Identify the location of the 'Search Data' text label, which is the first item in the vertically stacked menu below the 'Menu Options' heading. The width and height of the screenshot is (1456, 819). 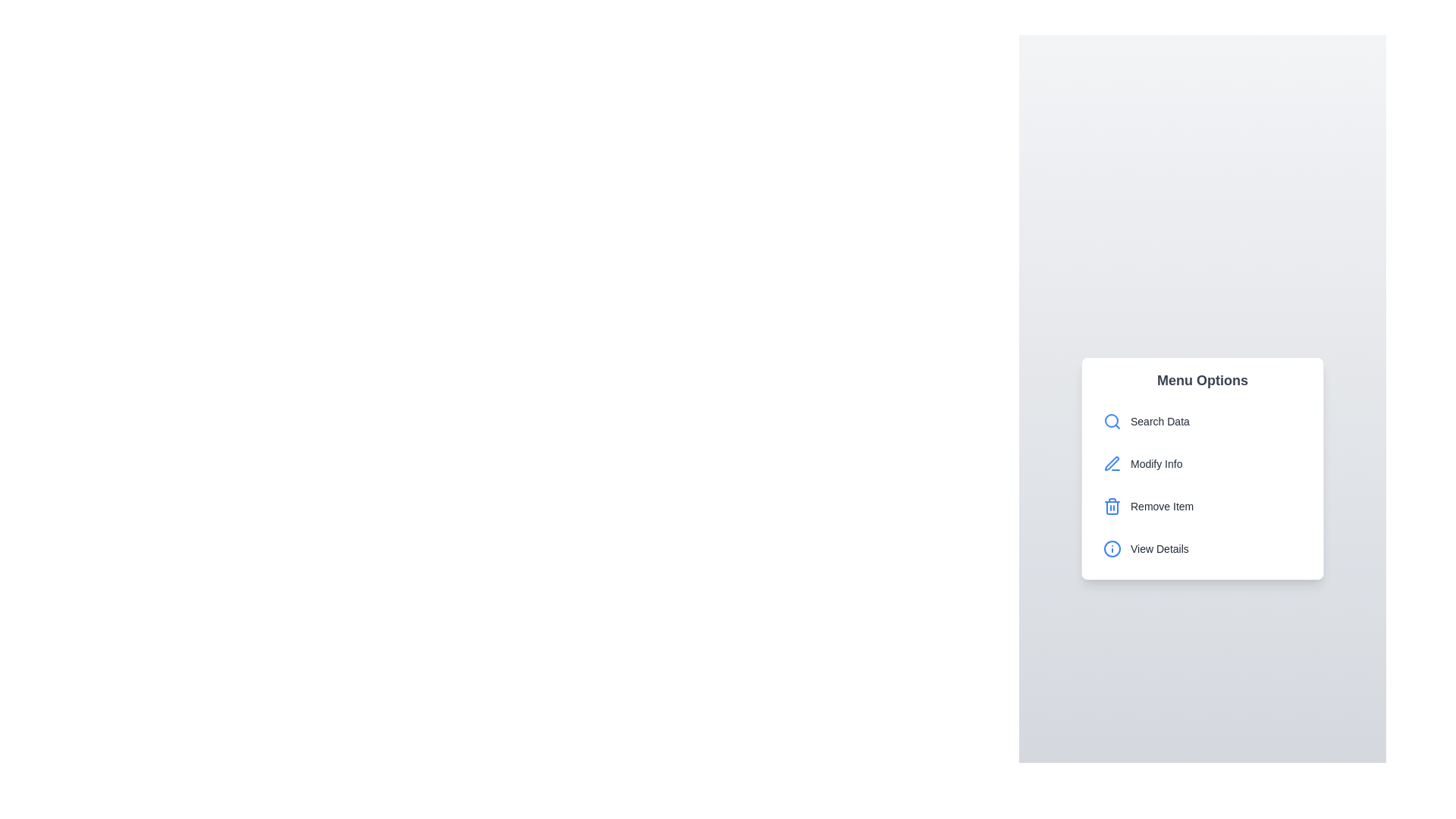
(1159, 421).